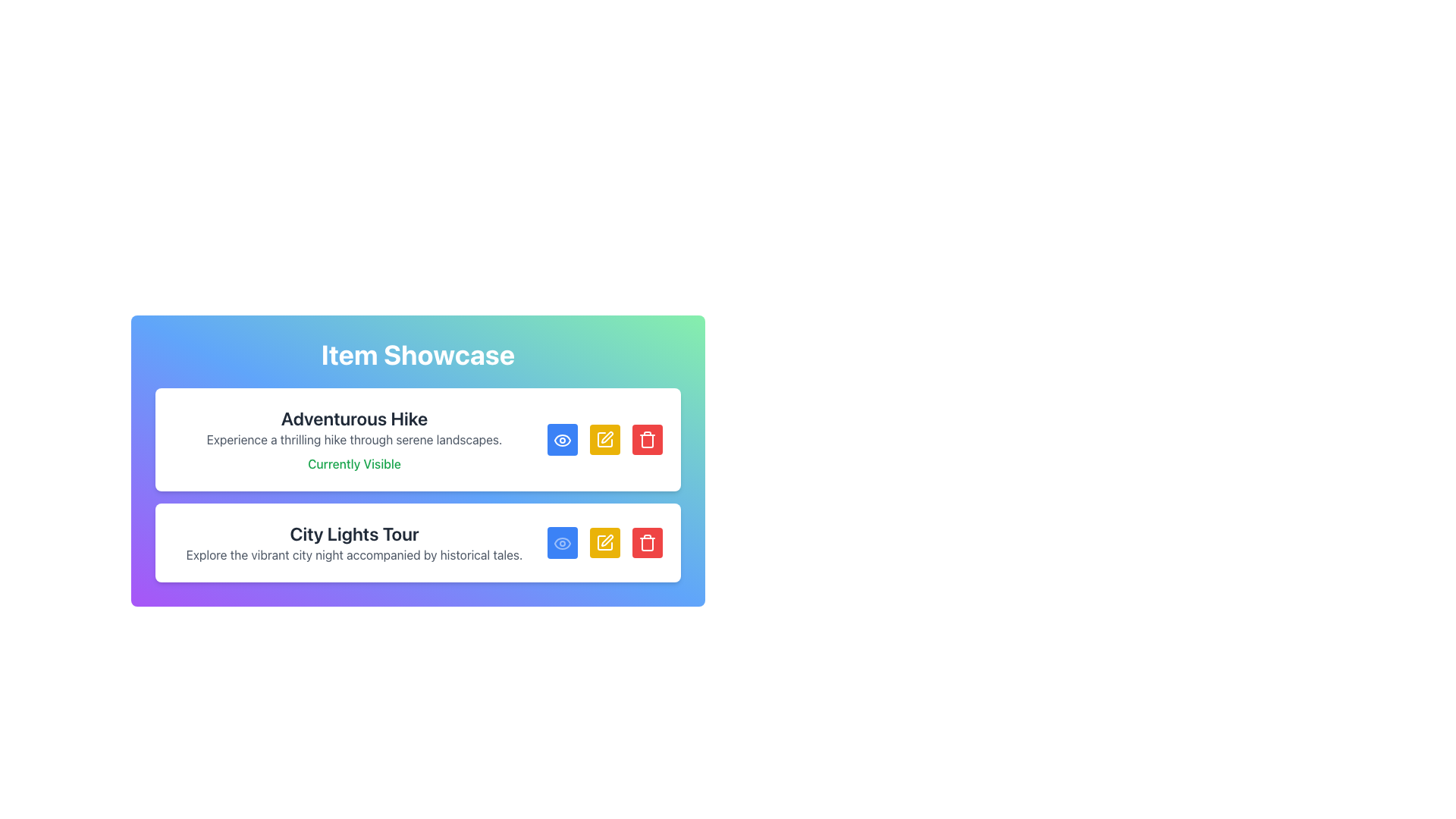  Describe the element at coordinates (604, 439) in the screenshot. I see `the icon button with a pen symbol, which is styled in vibrant yellow and is located on the right side of the 'Adventurous Hike' item card` at that location.